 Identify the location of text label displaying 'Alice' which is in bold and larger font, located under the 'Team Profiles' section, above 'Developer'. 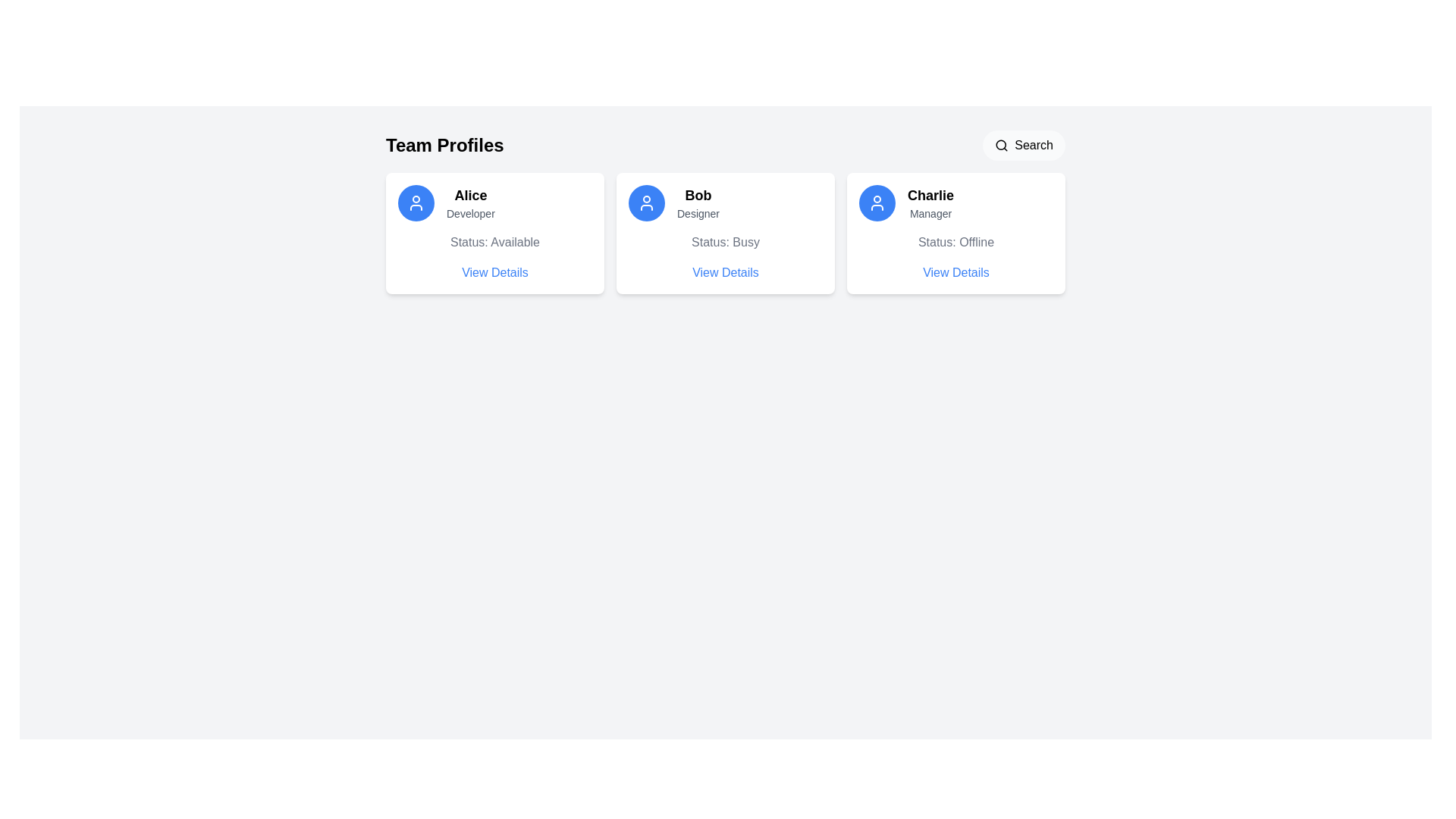
(469, 195).